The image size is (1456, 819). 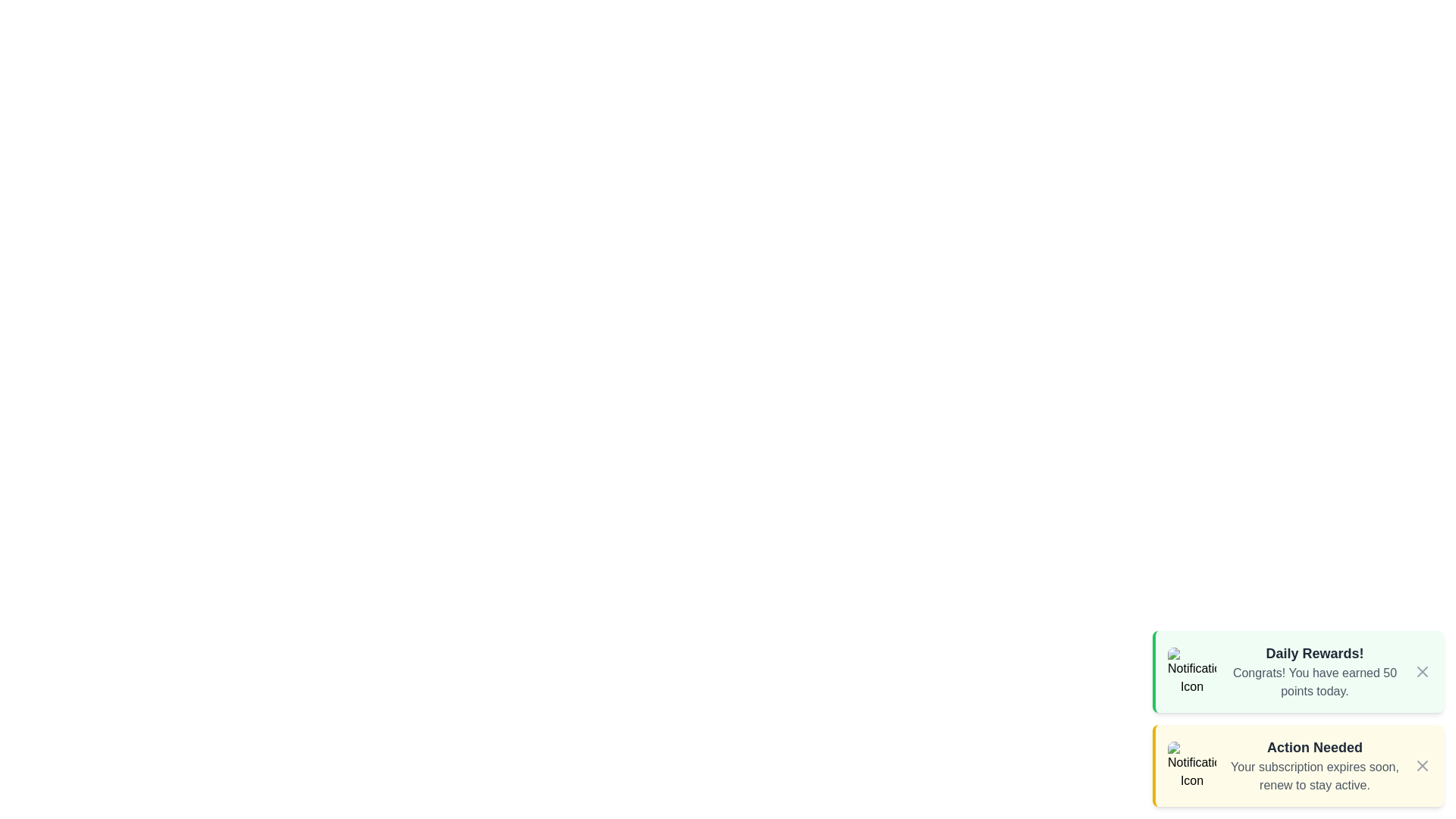 What do you see at coordinates (1422, 766) in the screenshot?
I see `the close button of the notification with the title Action Needed` at bounding box center [1422, 766].